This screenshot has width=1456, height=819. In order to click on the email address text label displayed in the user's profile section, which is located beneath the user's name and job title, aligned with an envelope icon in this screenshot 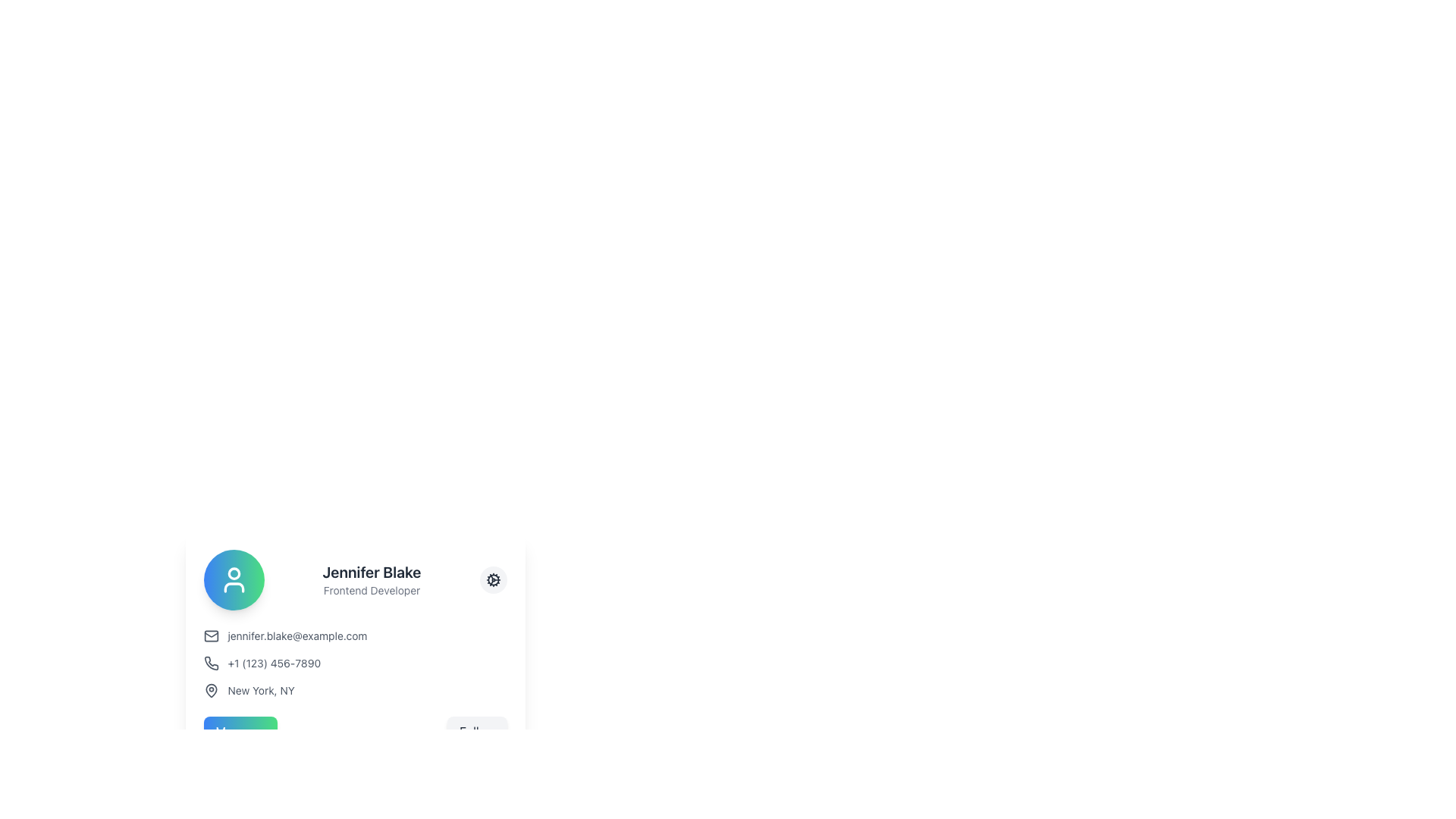, I will do `click(354, 636)`.